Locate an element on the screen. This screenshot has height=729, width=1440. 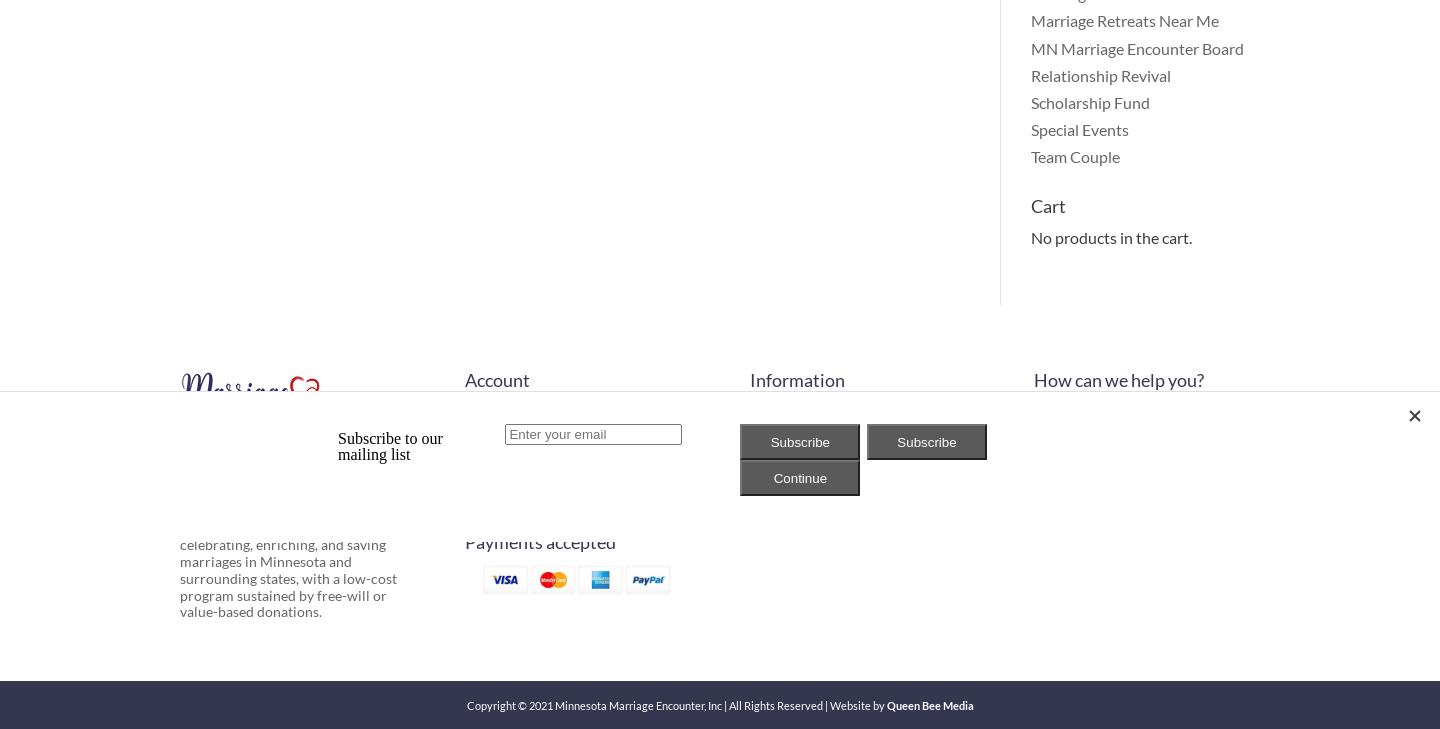
'info@marriages.org' is located at coordinates (1127, 439).